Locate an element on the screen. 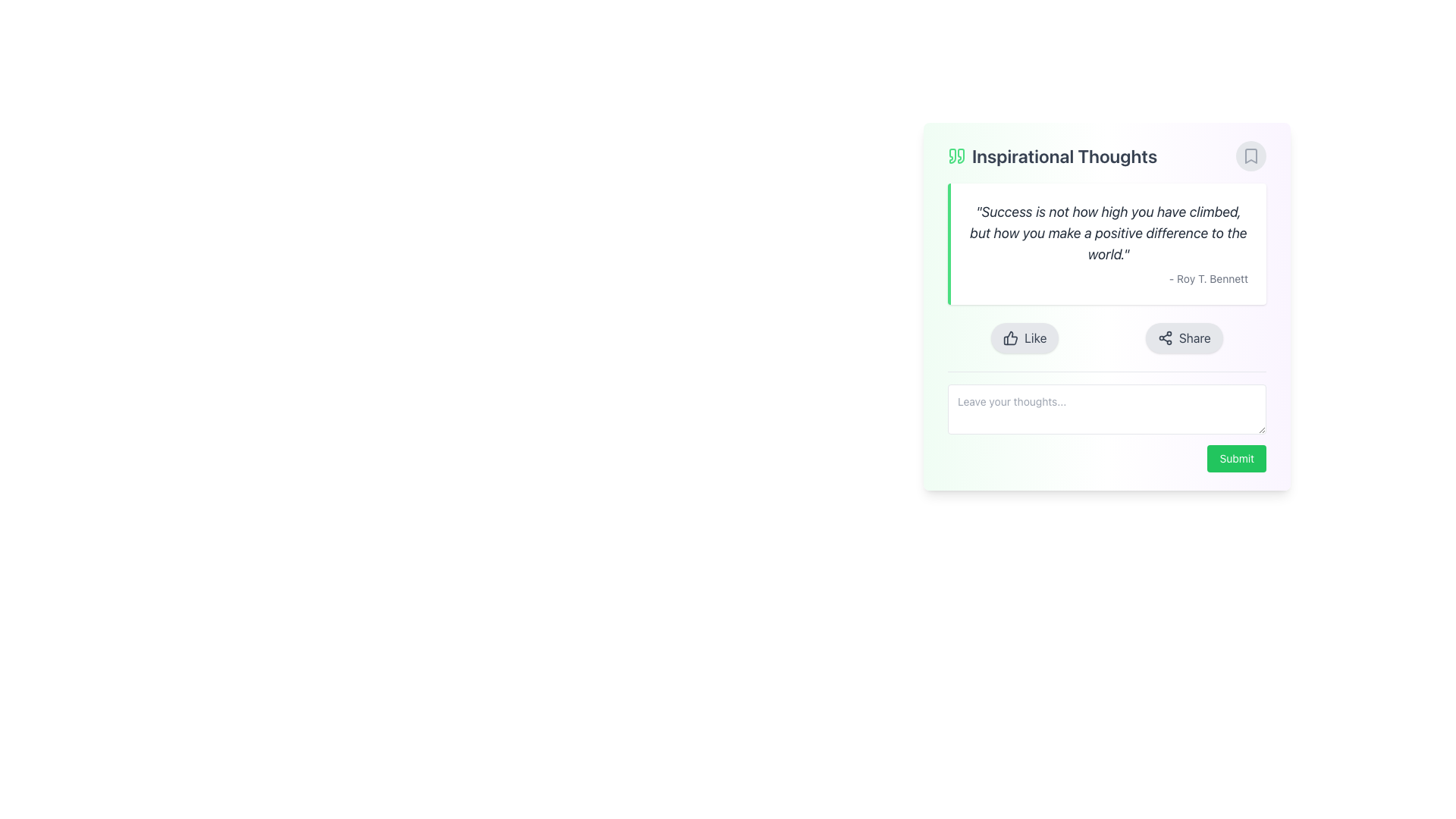  the submit button located at the bottom-right corner of the card-like layout is located at coordinates (1237, 458).